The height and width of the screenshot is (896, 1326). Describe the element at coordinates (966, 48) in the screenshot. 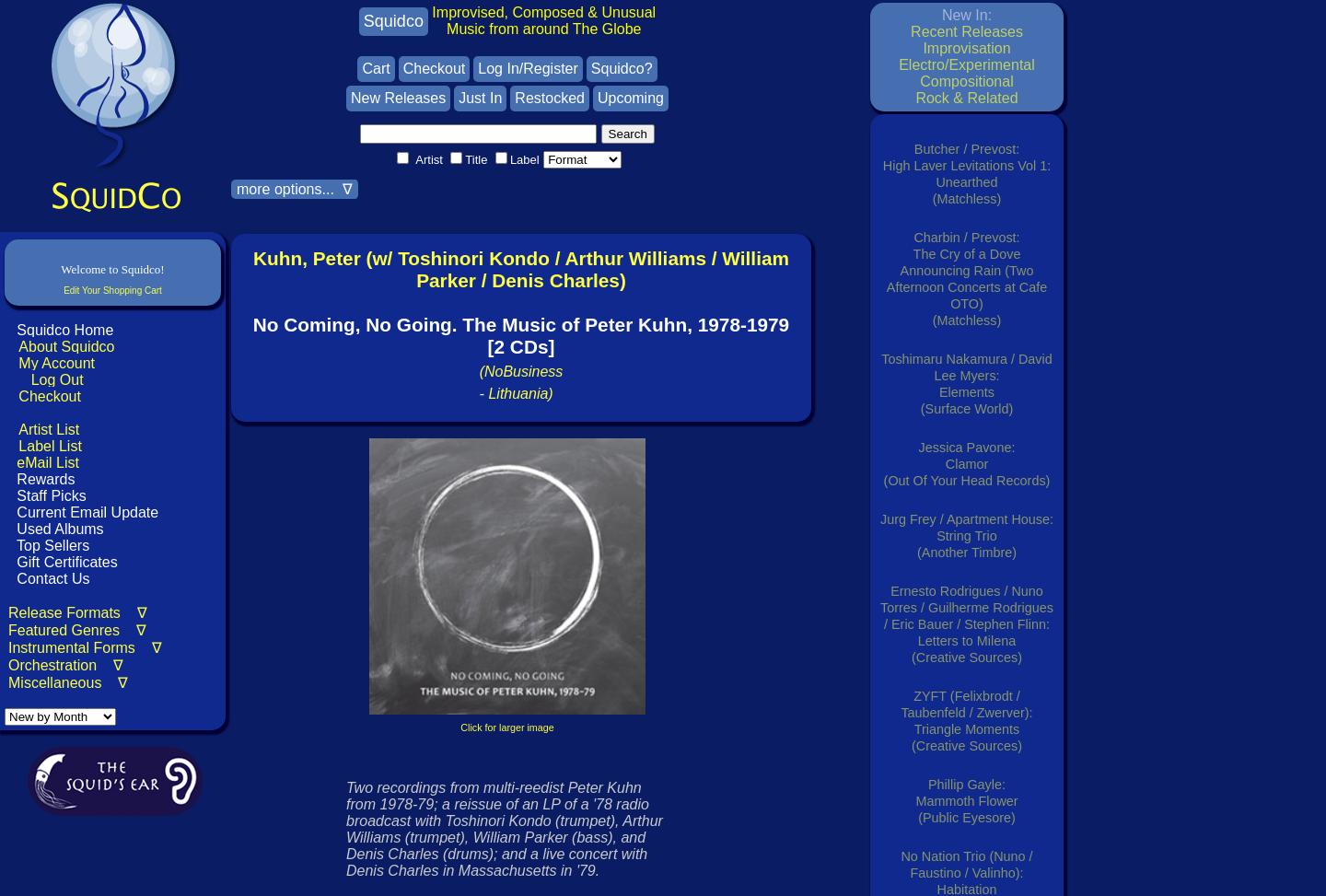

I see `'Improvisation'` at that location.